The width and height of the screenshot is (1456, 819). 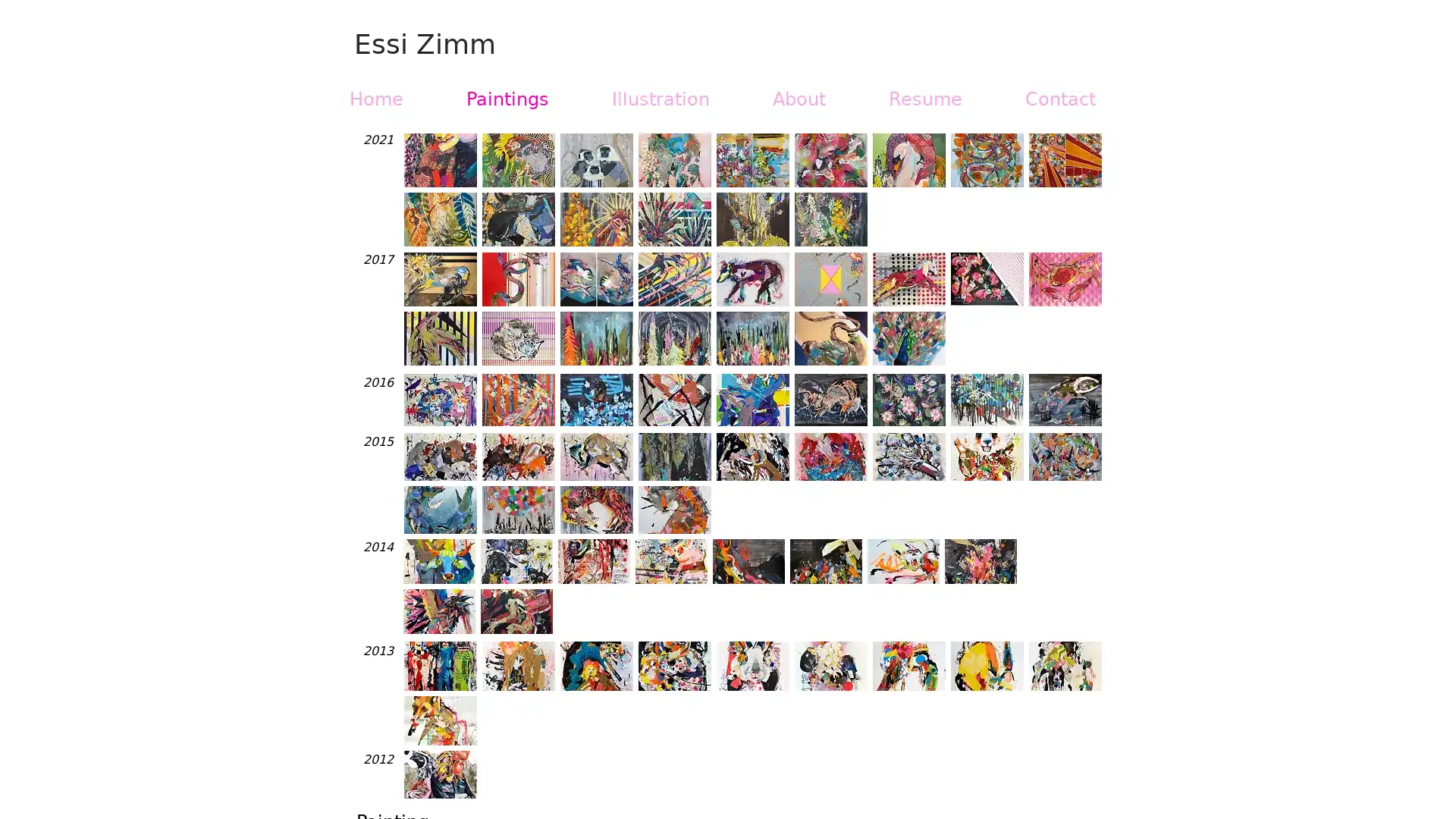 I want to click on previous, so click(x=435, y=321).